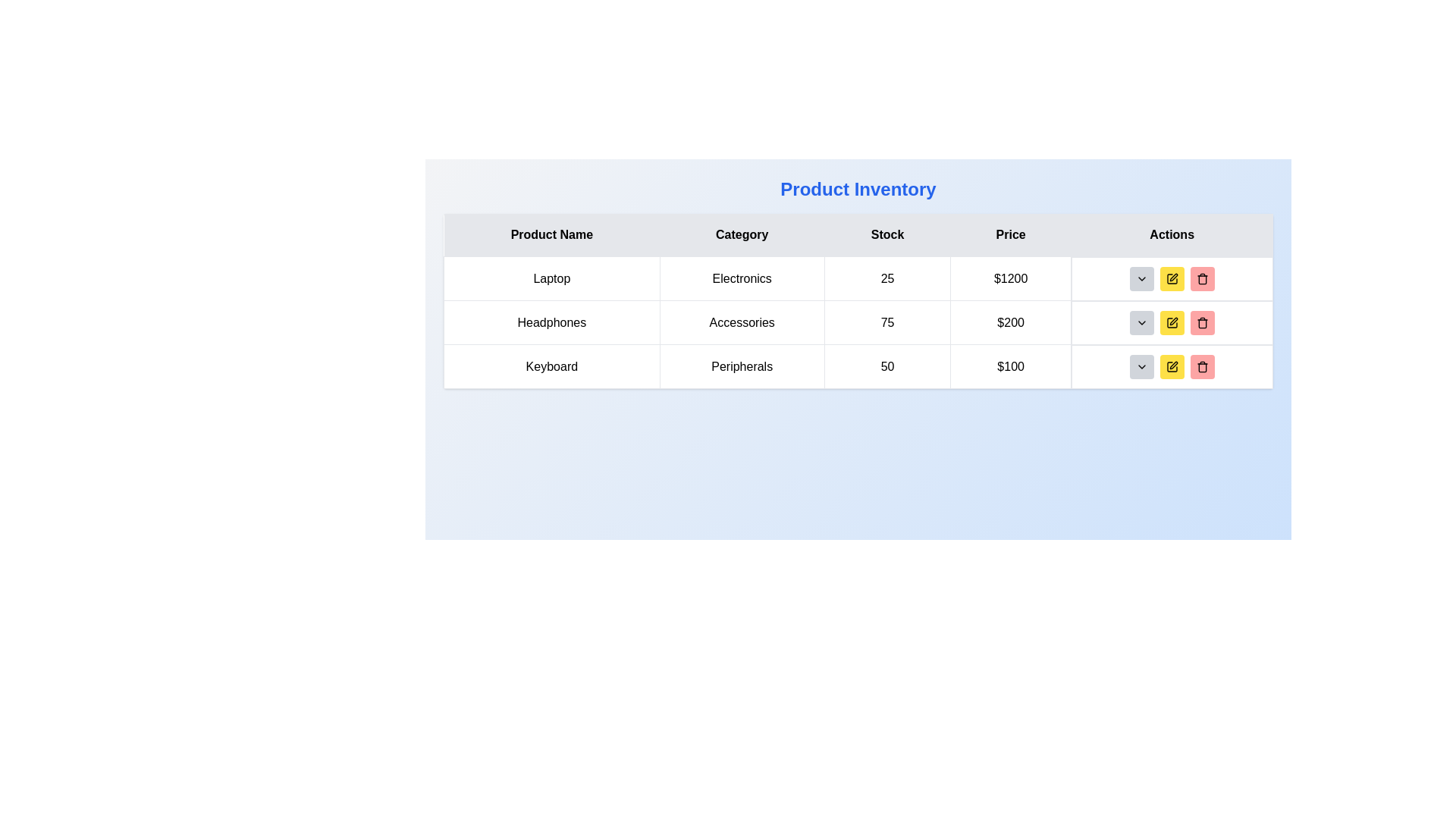 The width and height of the screenshot is (1456, 819). Describe the element at coordinates (1141, 278) in the screenshot. I see `the downward-pointing chevron icon in the Dropdown toggle button located in the 'Actions' column of the first row in the product inventory table` at that location.